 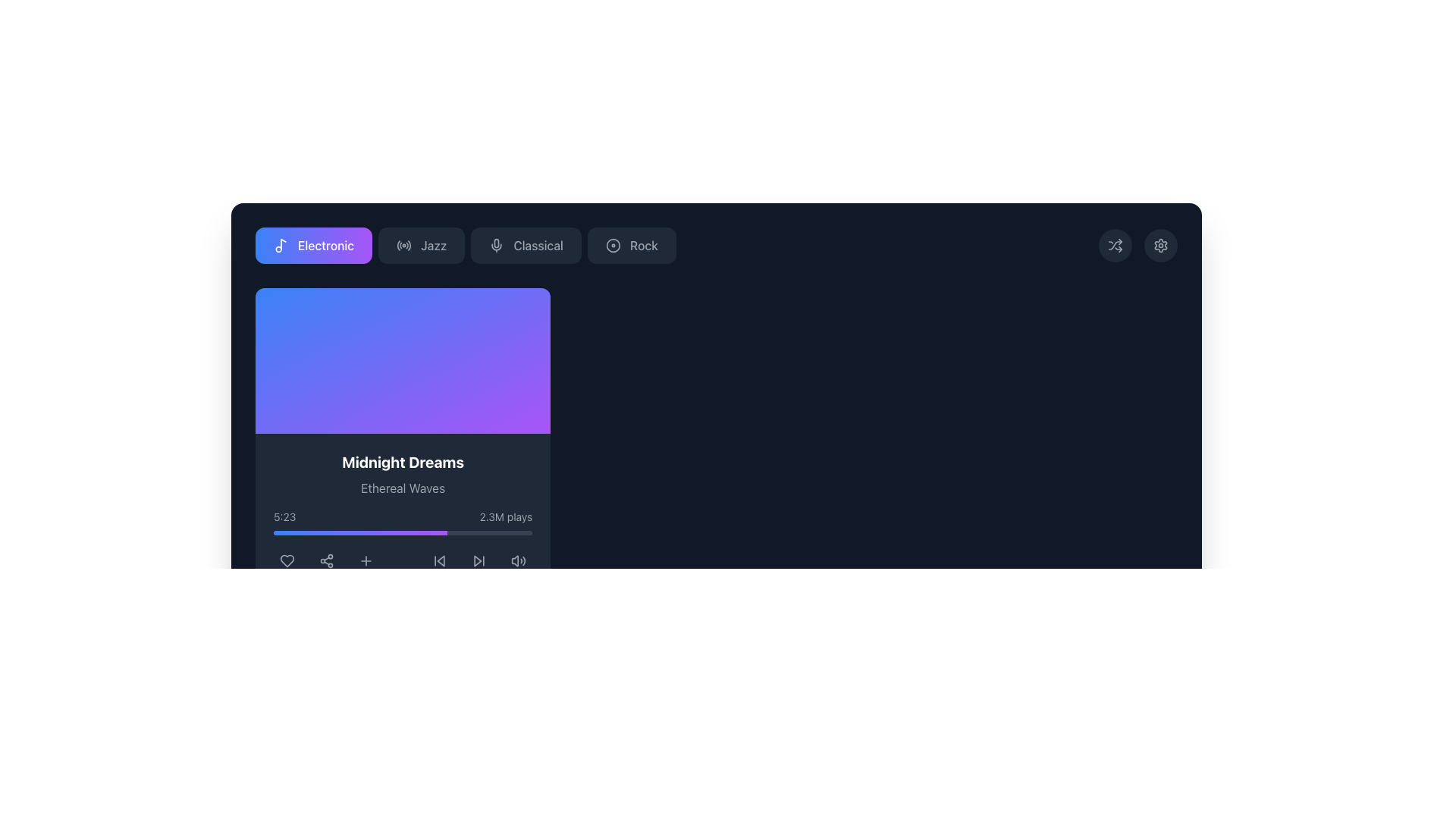 What do you see at coordinates (403, 245) in the screenshot?
I see `the small circular icon resembling radio waves located to the left of the text 'Jazz' in the rounded rectangle button labeled 'Jazz' in the top bar of the interface` at bounding box center [403, 245].